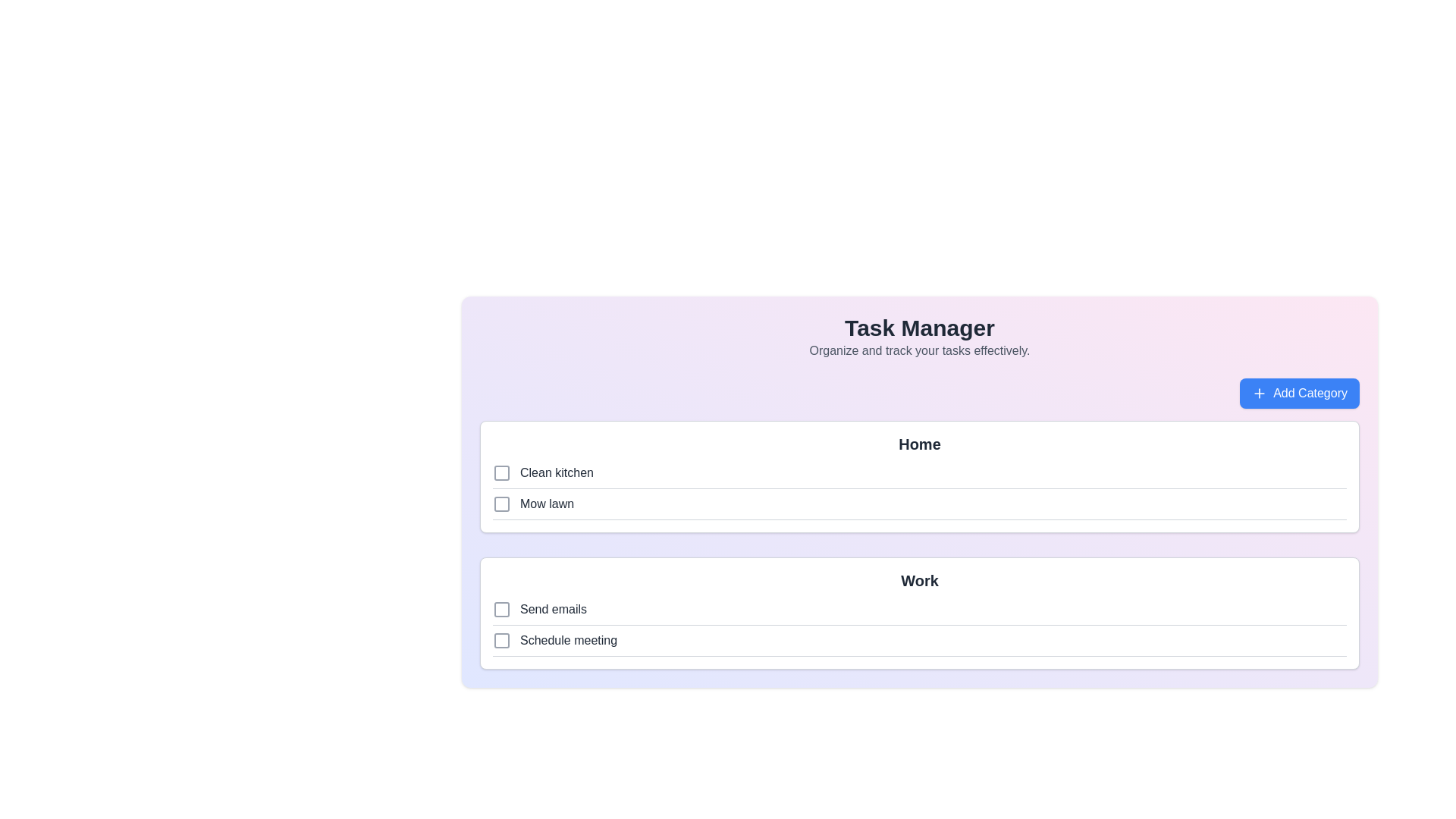  What do you see at coordinates (919, 643) in the screenshot?
I see `task description for the checkbox input labeled 'Schedule meeting', which is the second item in the 'Work' category located below 'Send emails'` at bounding box center [919, 643].